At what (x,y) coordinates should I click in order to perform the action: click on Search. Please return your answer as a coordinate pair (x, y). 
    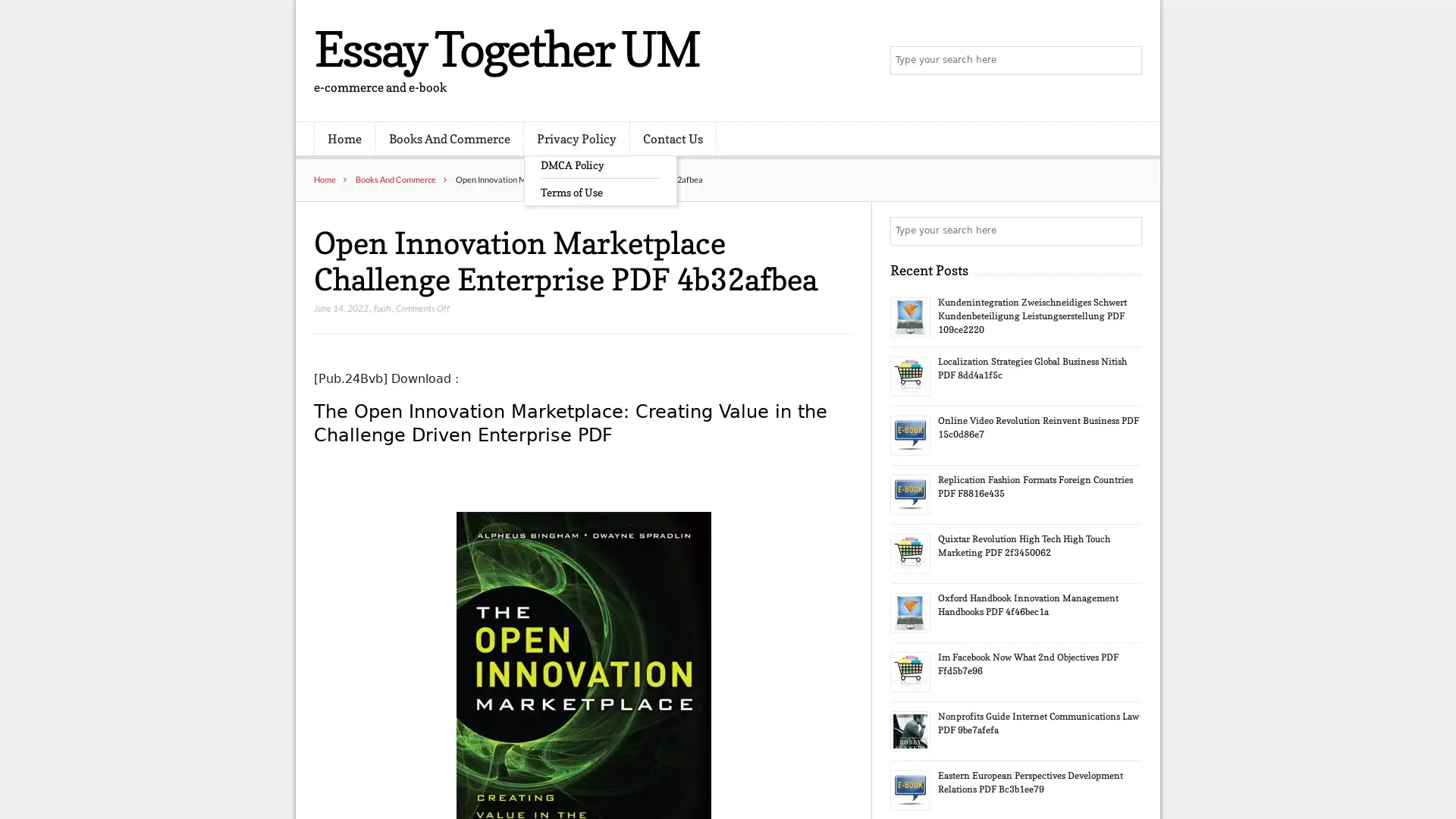
    Looking at the image, I should click on (1126, 61).